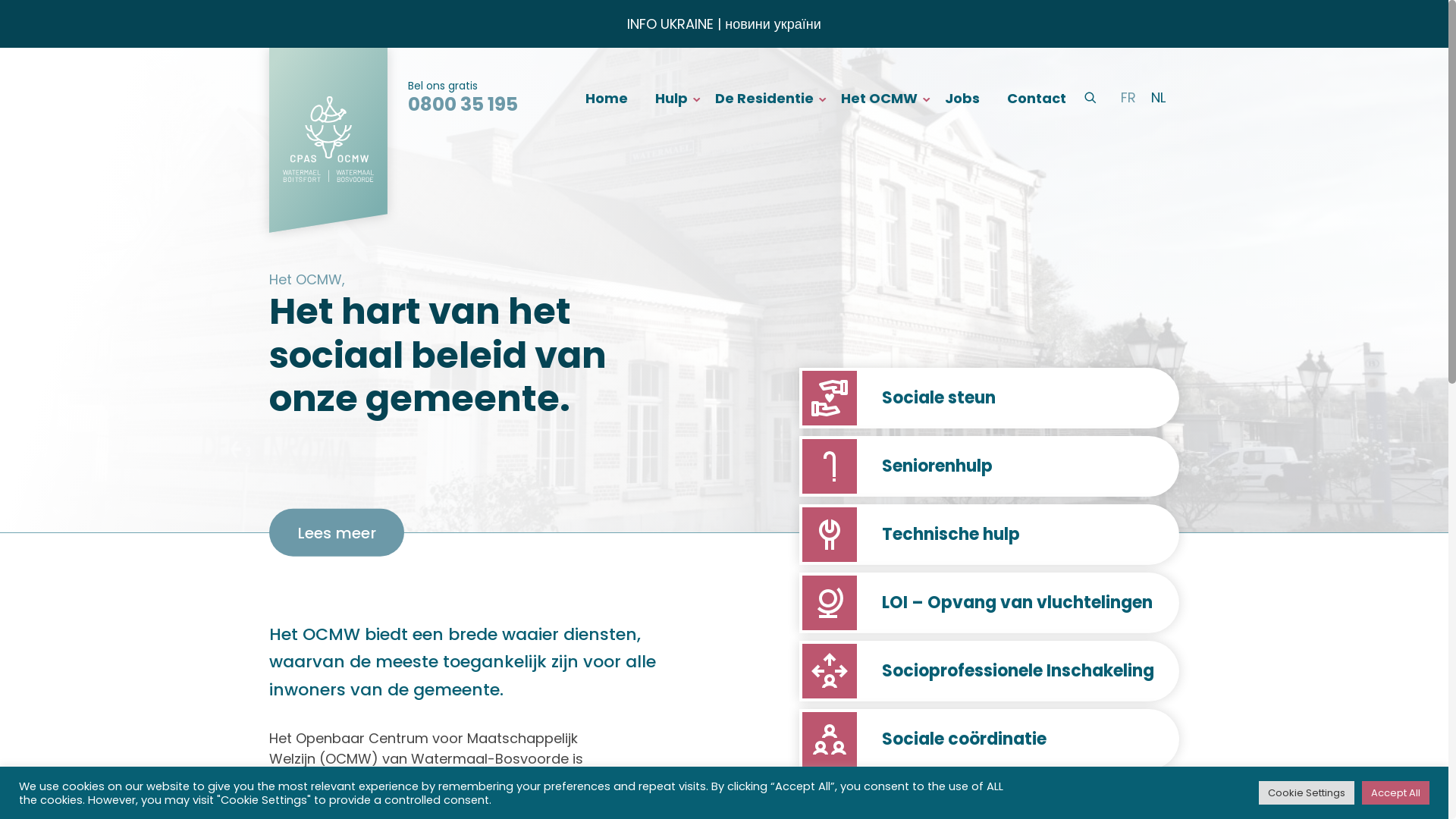 This screenshot has height=819, width=1456. Describe the element at coordinates (1036, 97) in the screenshot. I see `'Contact'` at that location.